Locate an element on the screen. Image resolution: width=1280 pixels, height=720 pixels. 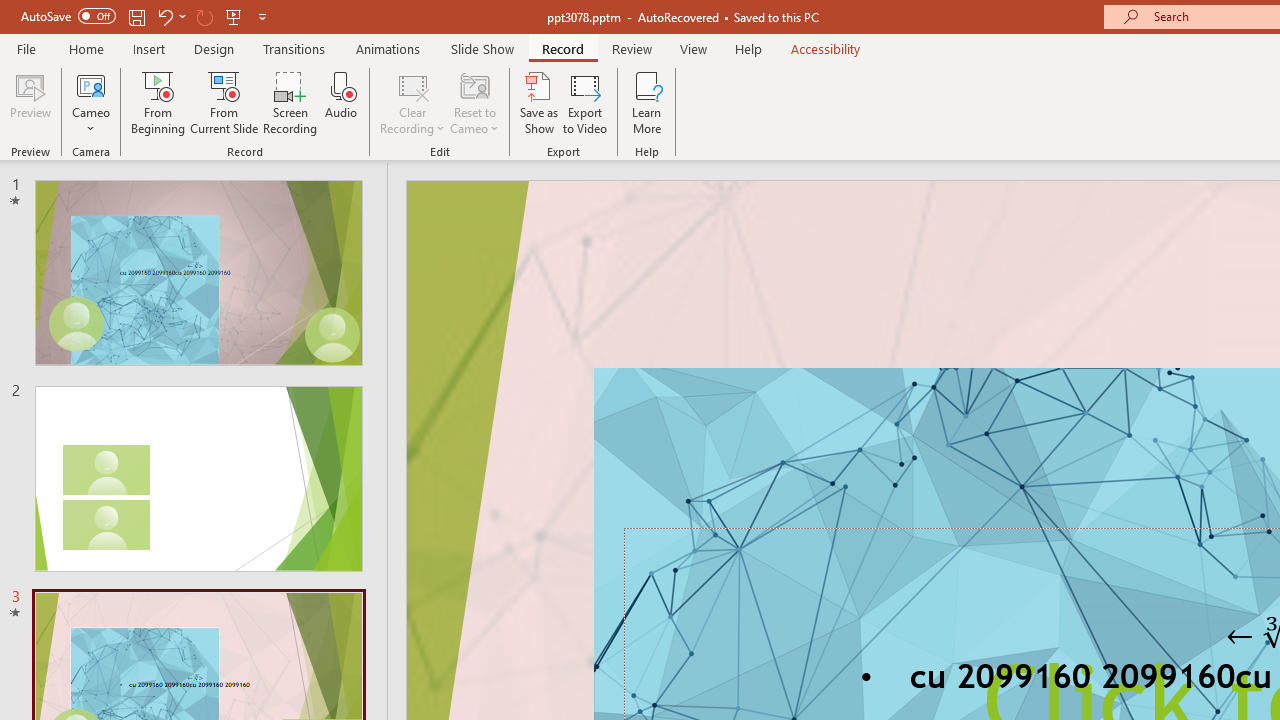
'Save as Show' is located at coordinates (539, 103).